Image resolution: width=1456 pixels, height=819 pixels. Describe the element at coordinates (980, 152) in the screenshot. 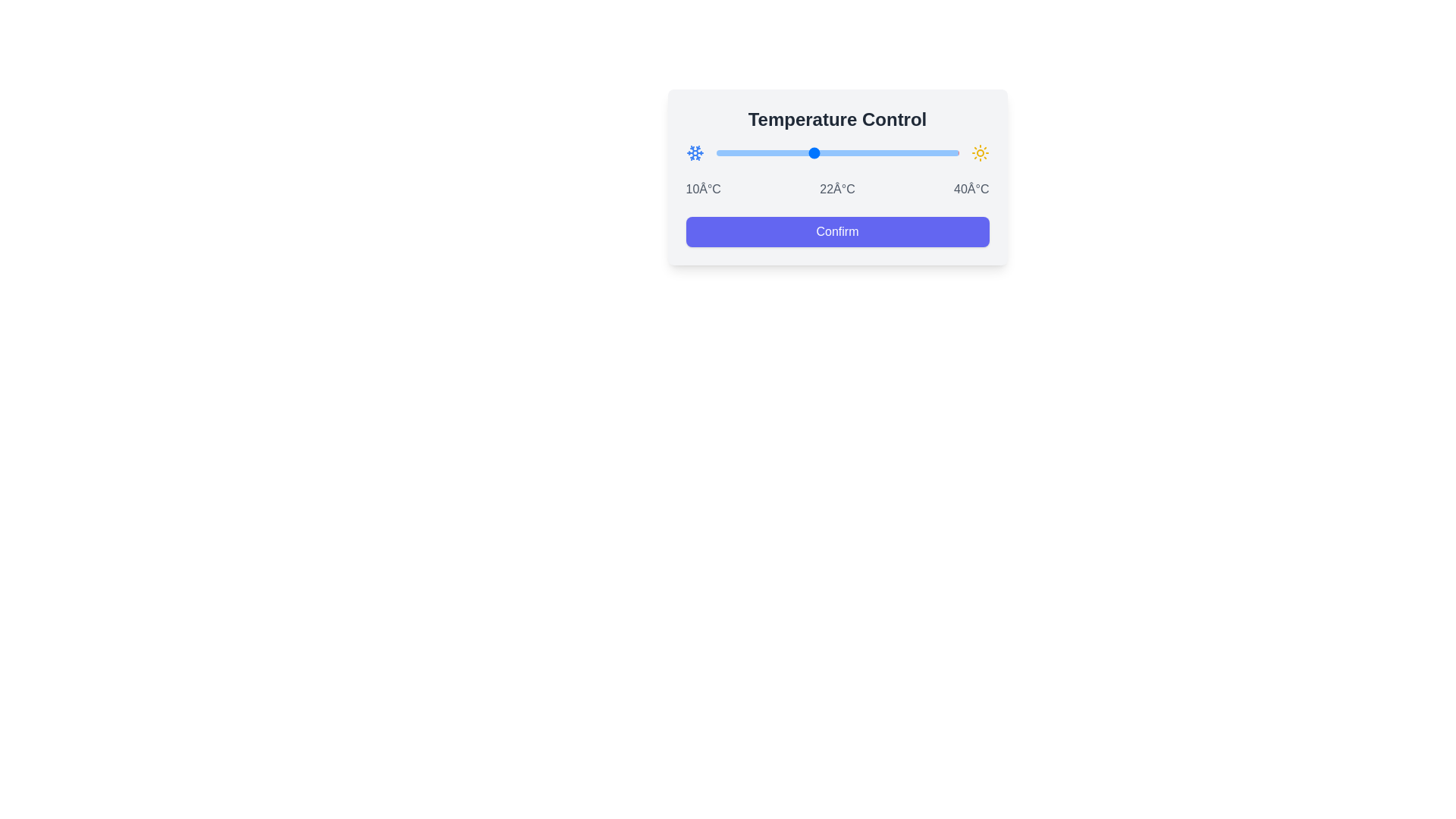

I see `the sun icon to observe visual feedback` at that location.